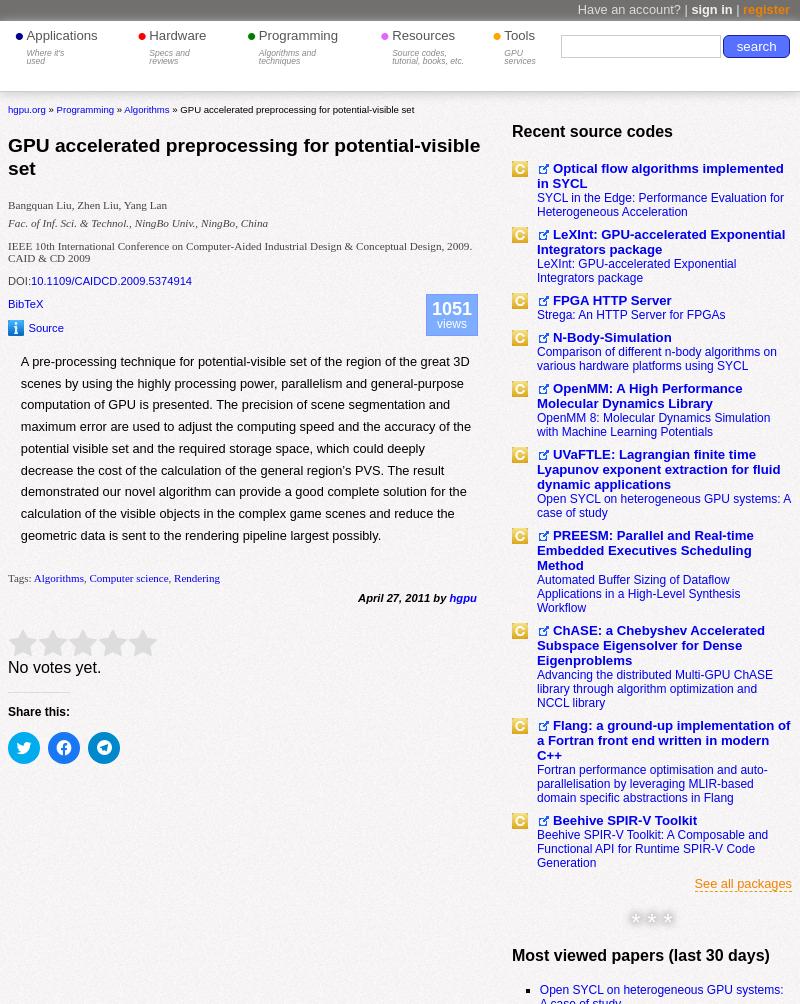  I want to click on 'Recent source codes', so click(591, 129).